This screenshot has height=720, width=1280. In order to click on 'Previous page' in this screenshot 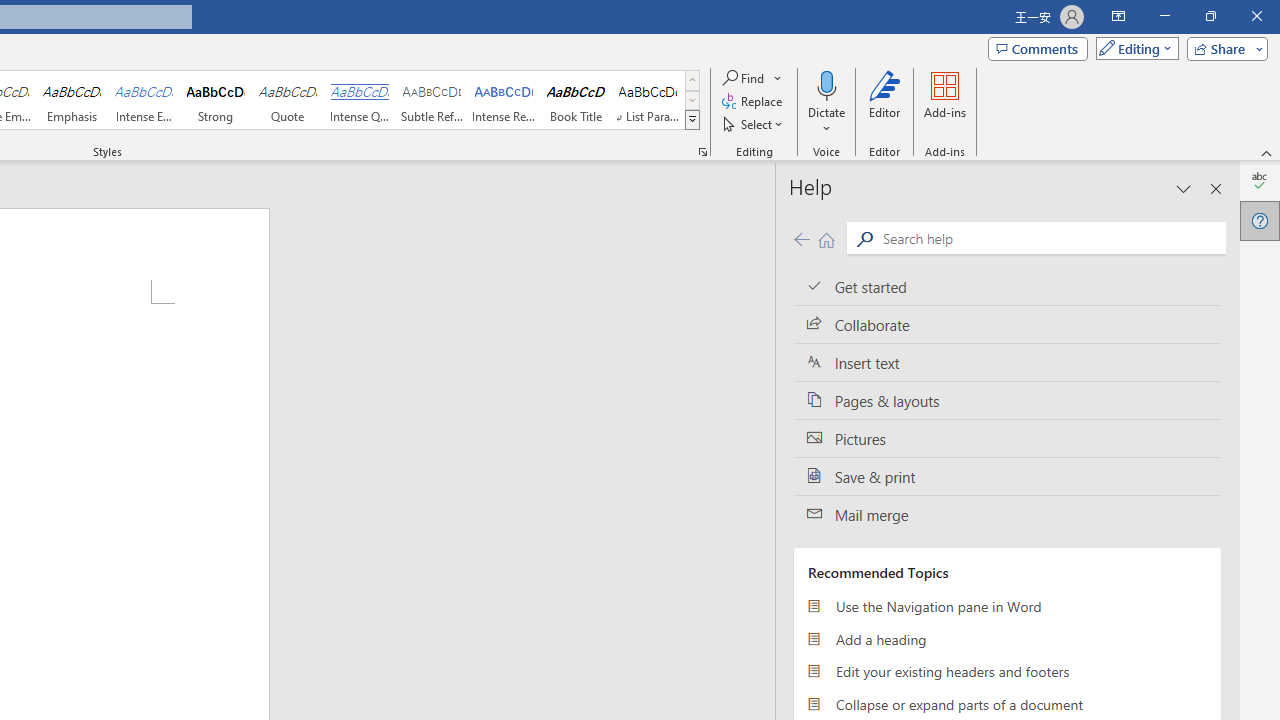, I will do `click(801, 238)`.